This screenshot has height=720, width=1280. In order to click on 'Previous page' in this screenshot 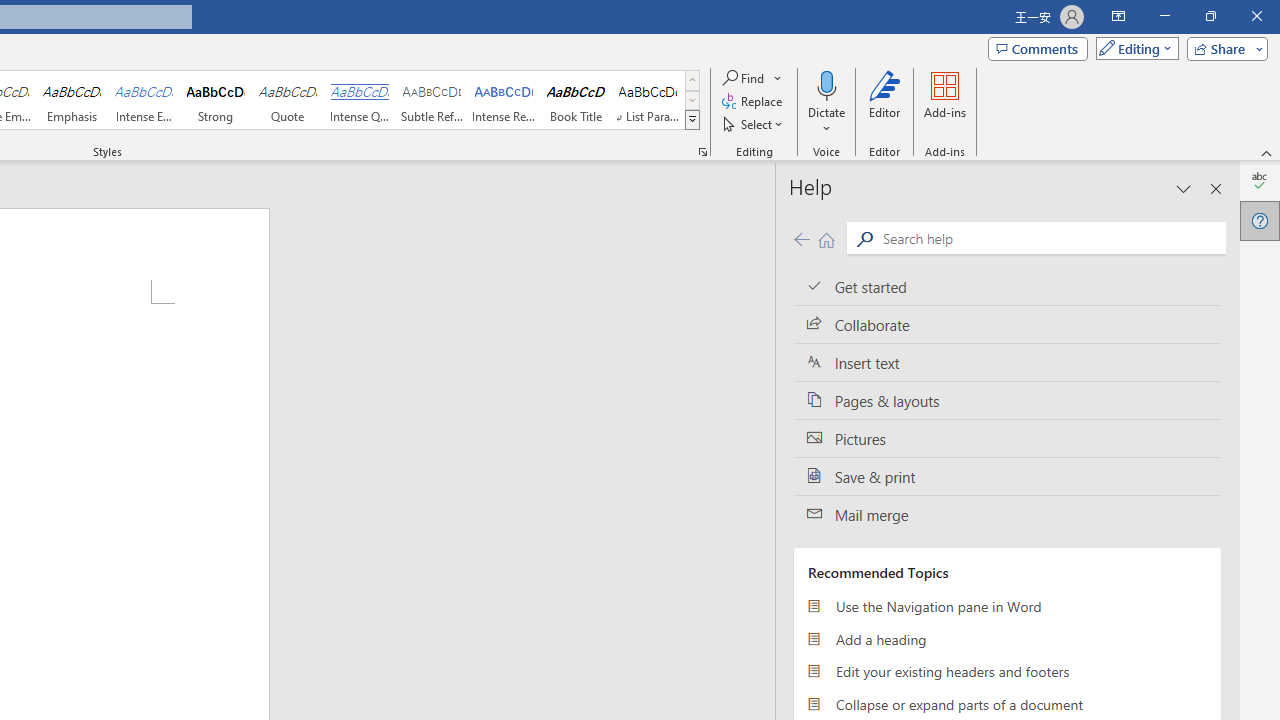, I will do `click(801, 238)`.